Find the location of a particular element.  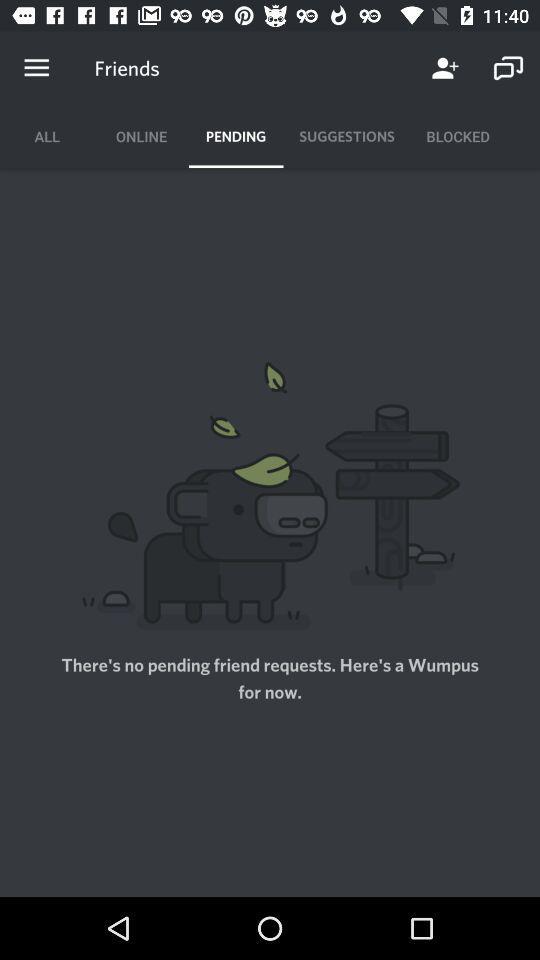

the icon next to friends item is located at coordinates (36, 68).